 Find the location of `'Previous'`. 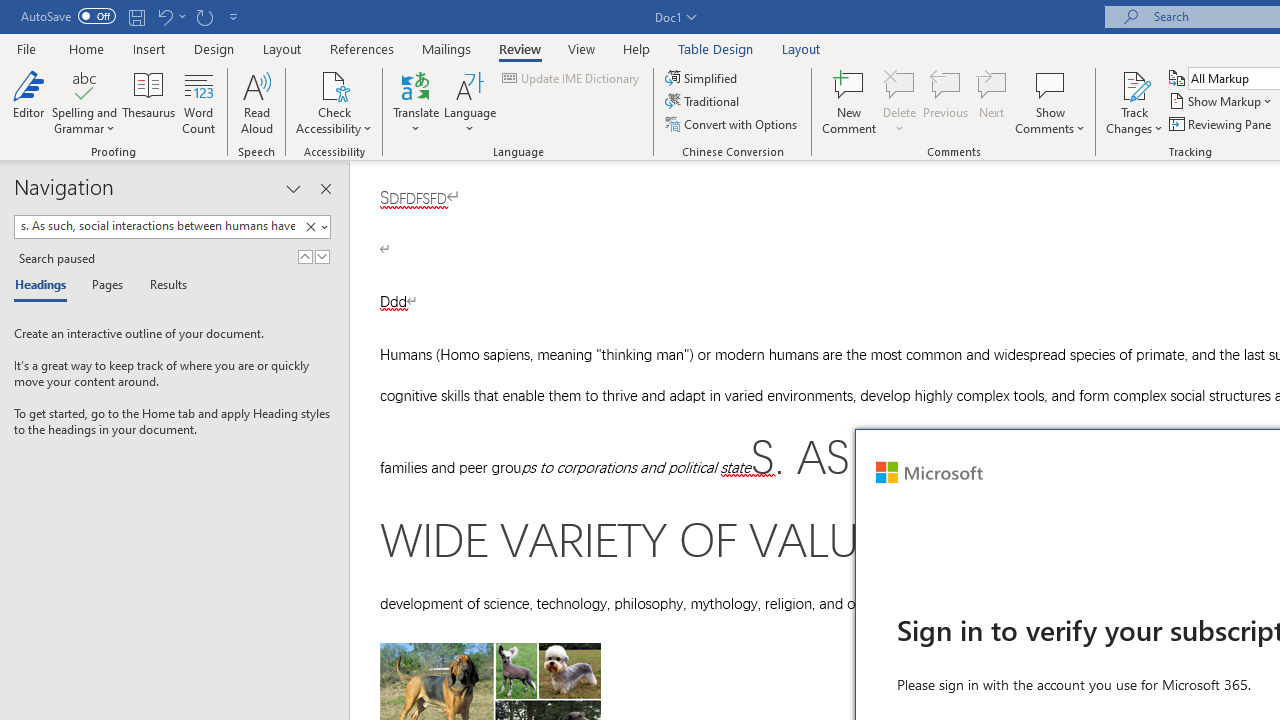

'Previous' is located at coordinates (945, 103).